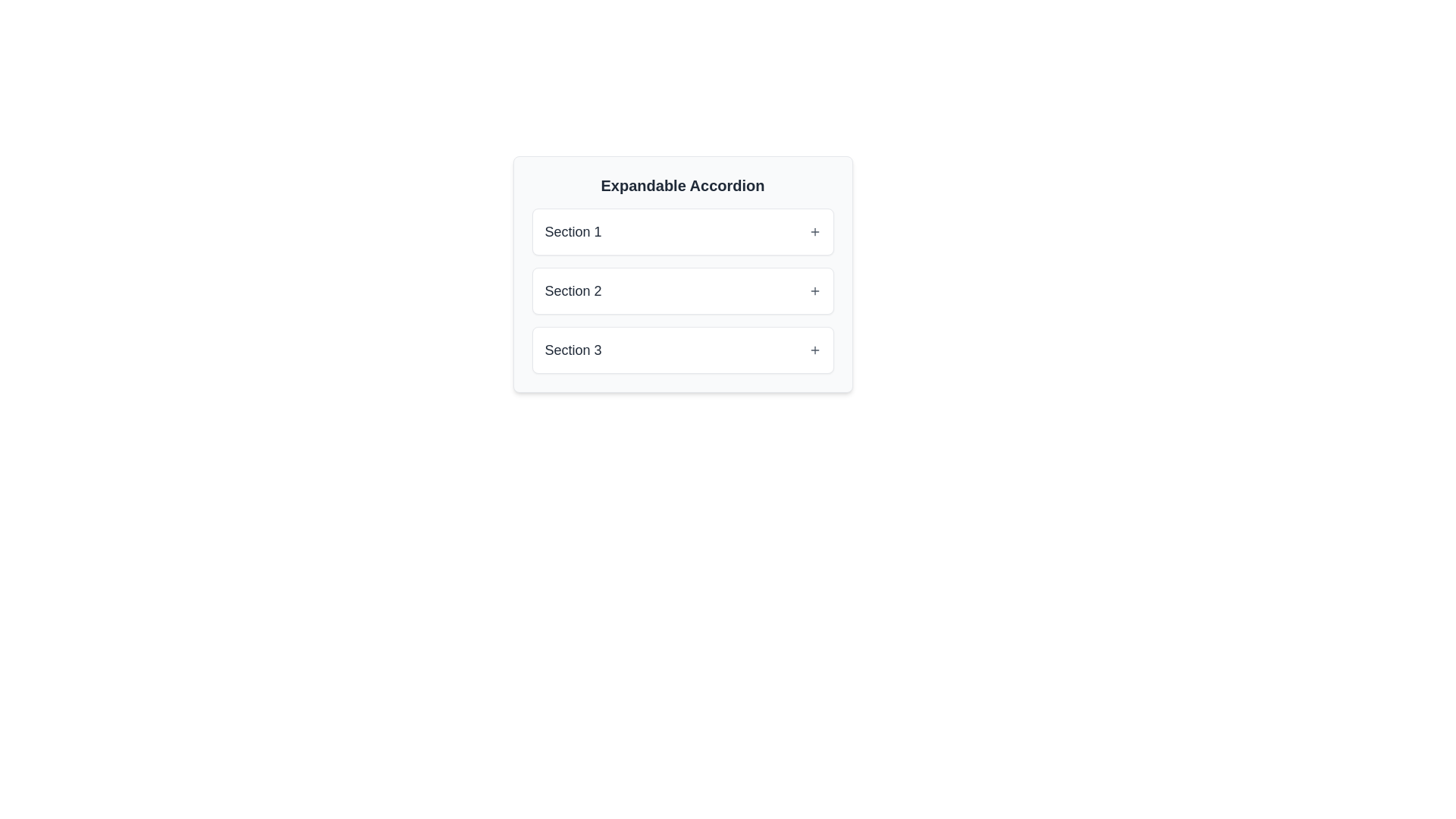 The width and height of the screenshot is (1456, 819). What do you see at coordinates (814, 291) in the screenshot?
I see `the plus icon button` at bounding box center [814, 291].